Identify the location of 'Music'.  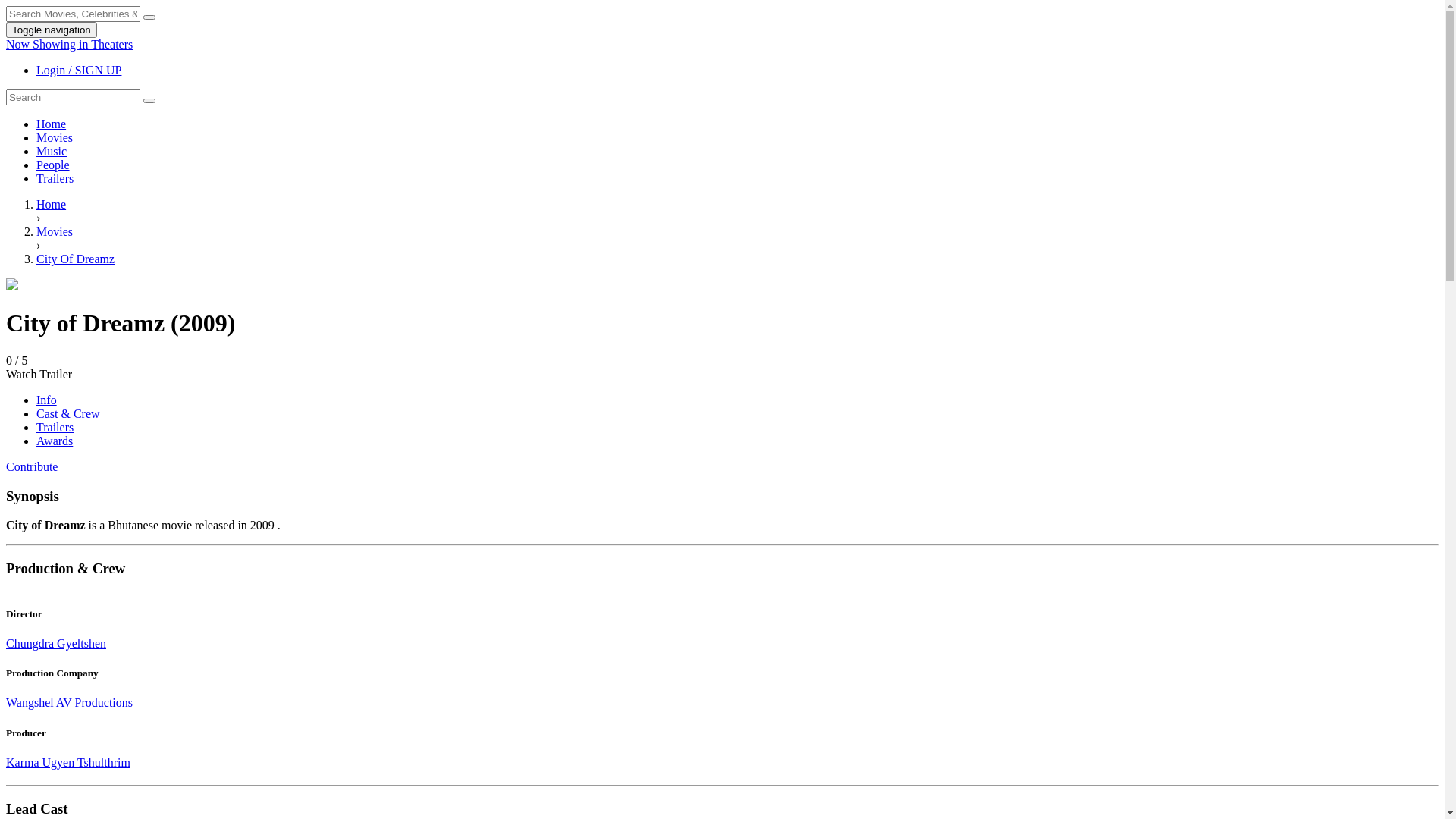
(51, 151).